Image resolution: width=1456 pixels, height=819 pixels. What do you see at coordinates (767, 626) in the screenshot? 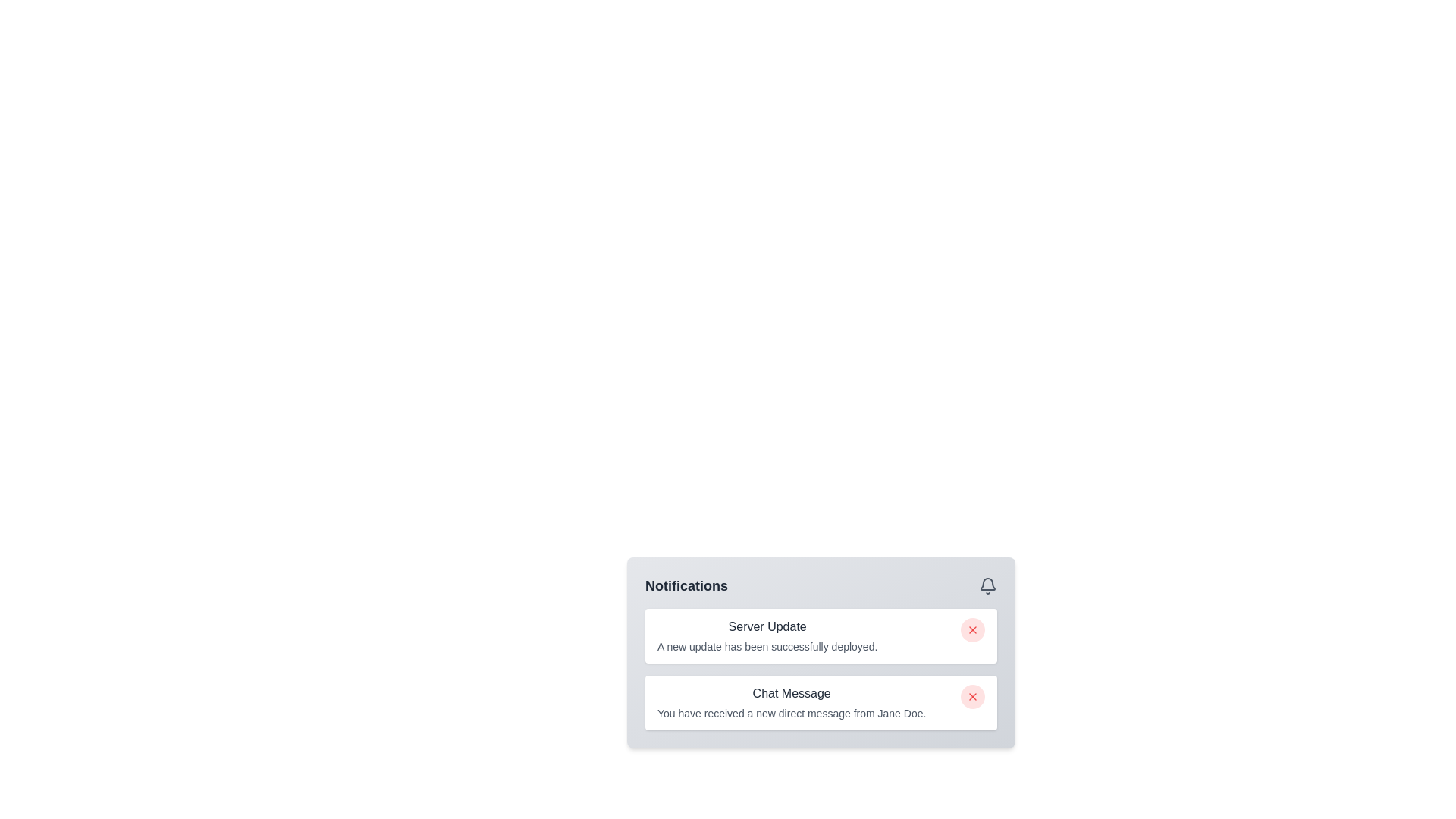
I see `the Text Label that serves as a title for the server update notification, located above the text 'A new update has been successfully deployed.'` at bounding box center [767, 626].